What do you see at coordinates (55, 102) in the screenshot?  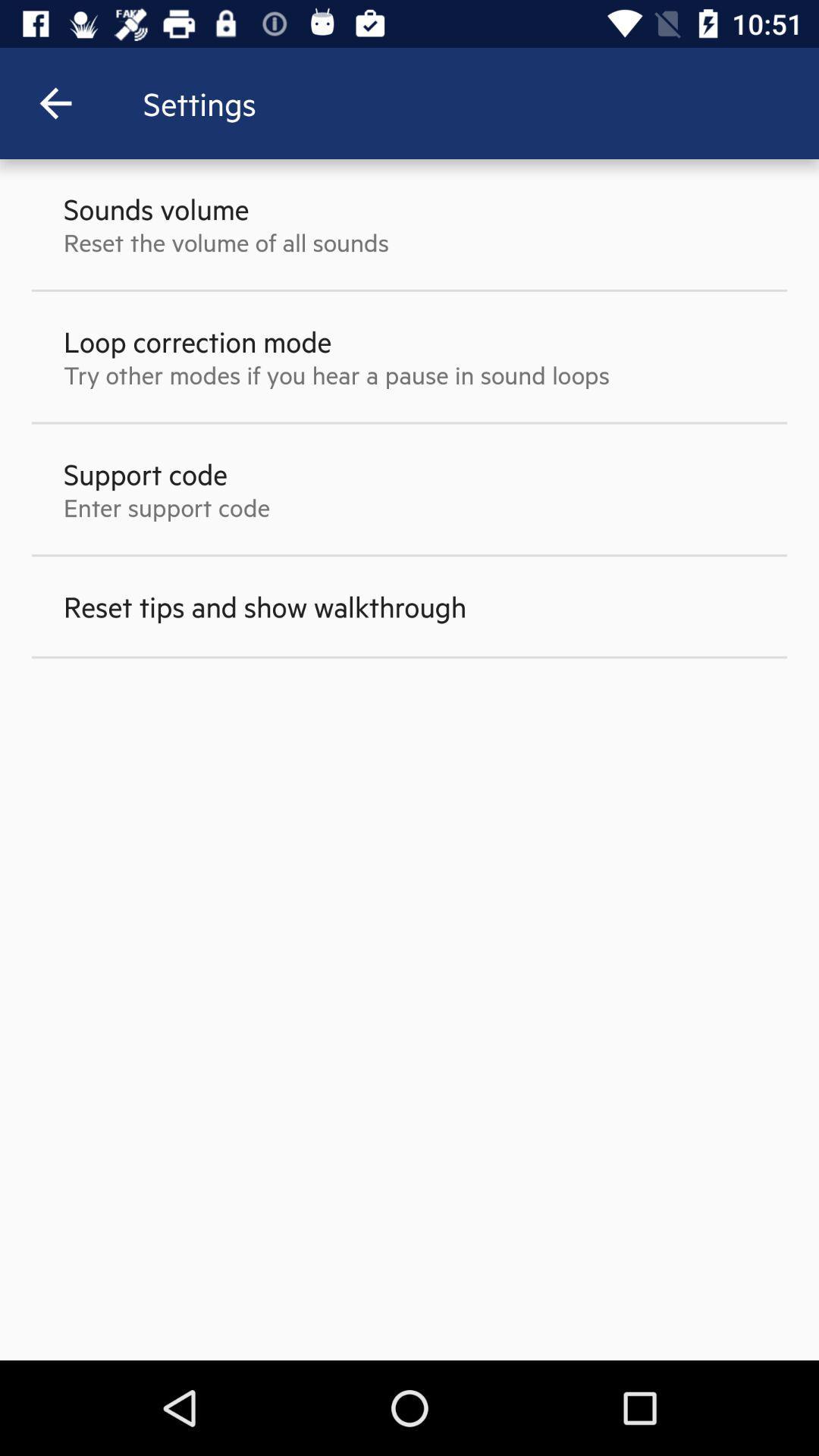 I see `the app next to settings item` at bounding box center [55, 102].